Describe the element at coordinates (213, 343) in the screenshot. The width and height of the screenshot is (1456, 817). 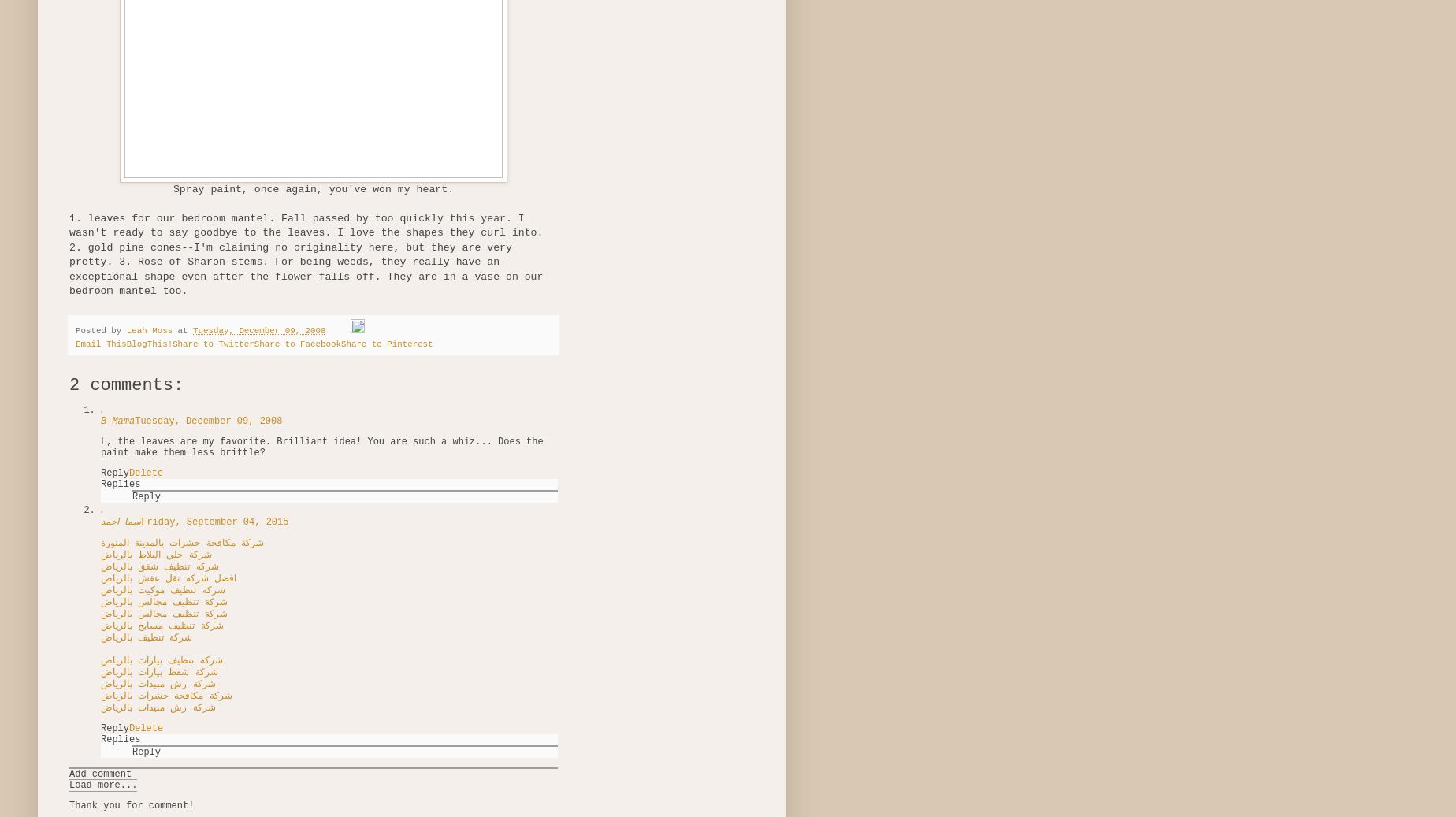
I see `'Share to Twitter'` at that location.